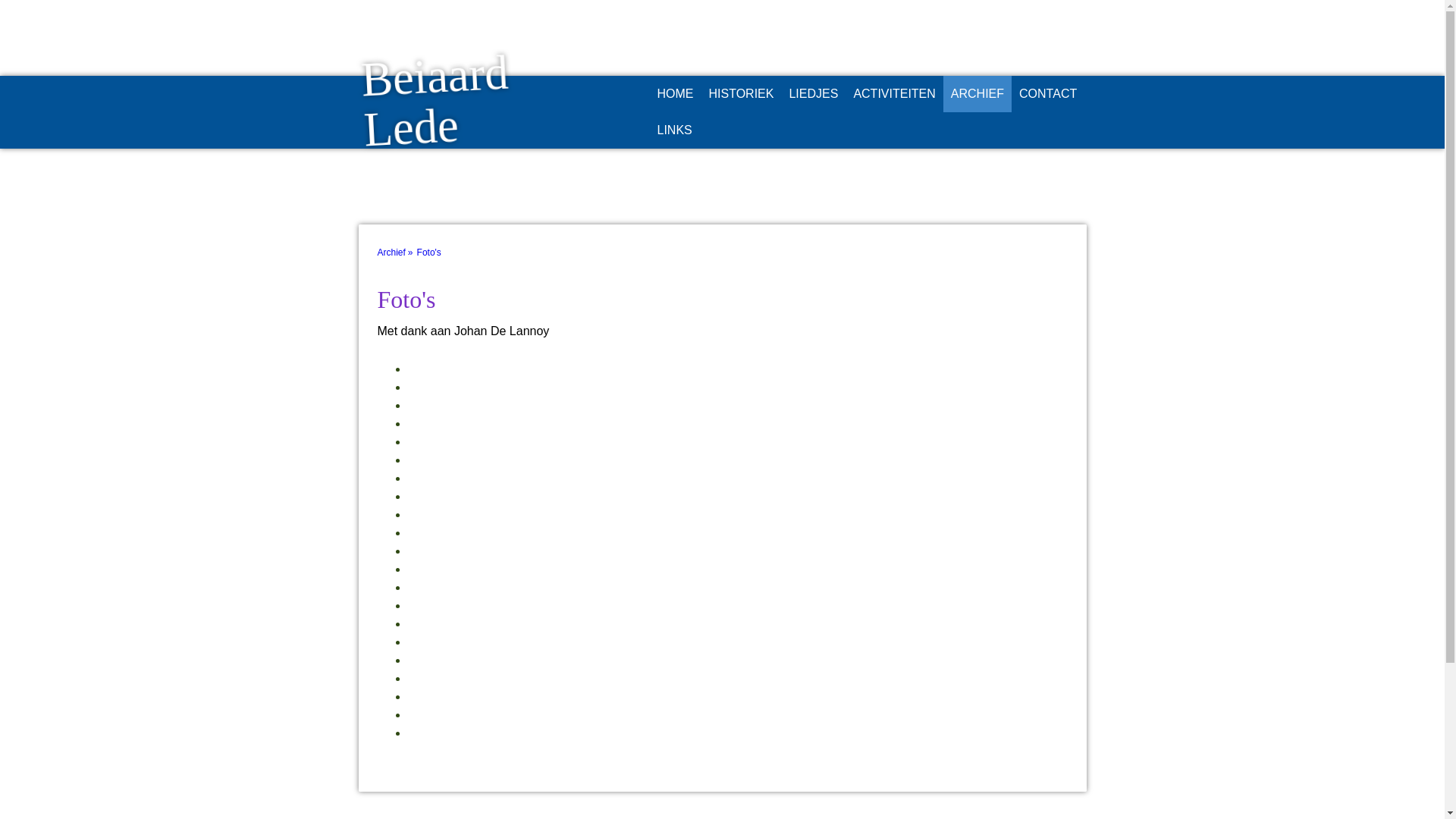  Describe the element at coordinates (472, 144) in the screenshot. I see `'Beiaard Lede'` at that location.